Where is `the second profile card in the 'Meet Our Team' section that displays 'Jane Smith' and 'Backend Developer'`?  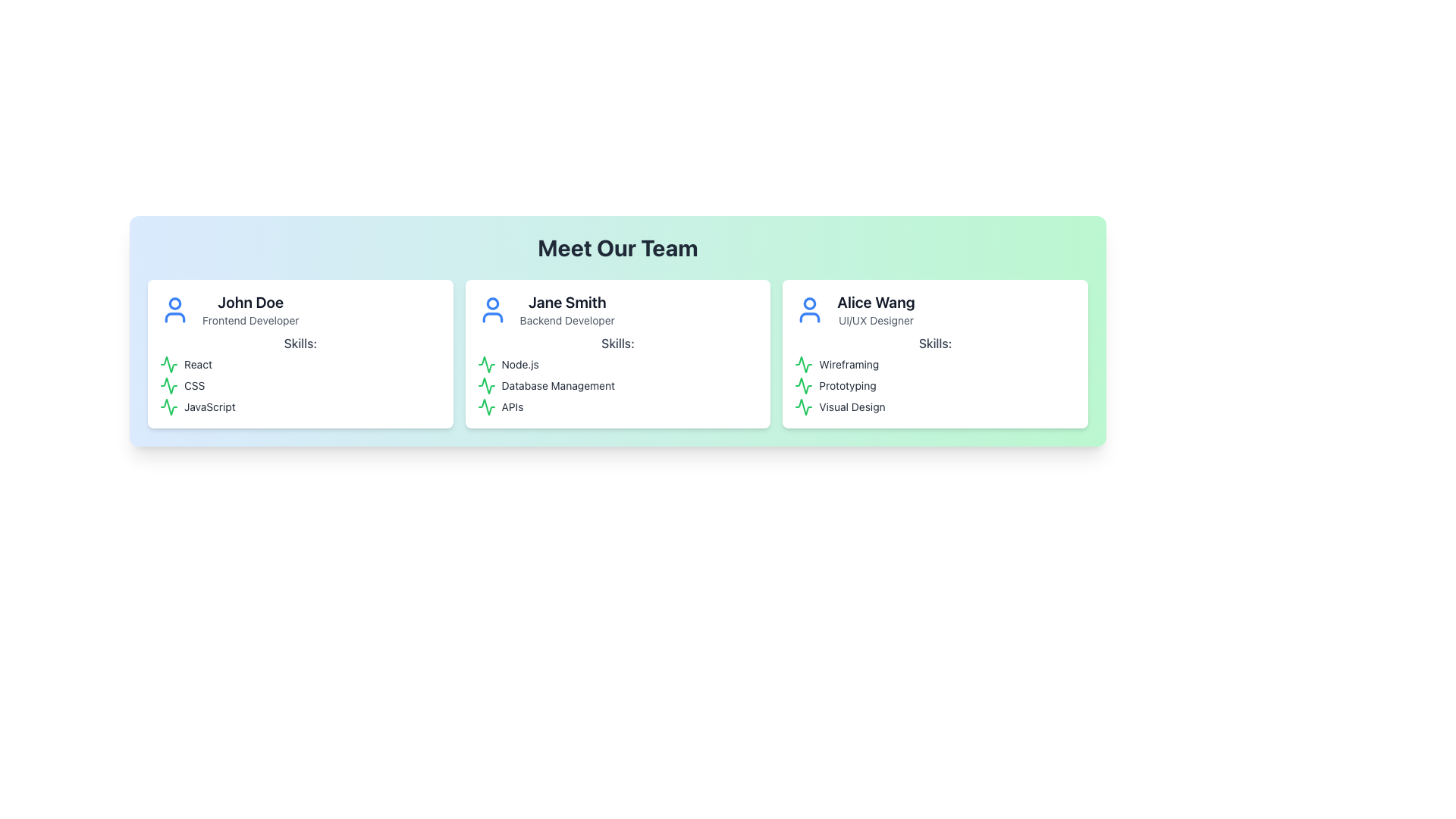
the second profile card in the 'Meet Our Team' section that displays 'Jane Smith' and 'Backend Developer' is located at coordinates (566, 309).